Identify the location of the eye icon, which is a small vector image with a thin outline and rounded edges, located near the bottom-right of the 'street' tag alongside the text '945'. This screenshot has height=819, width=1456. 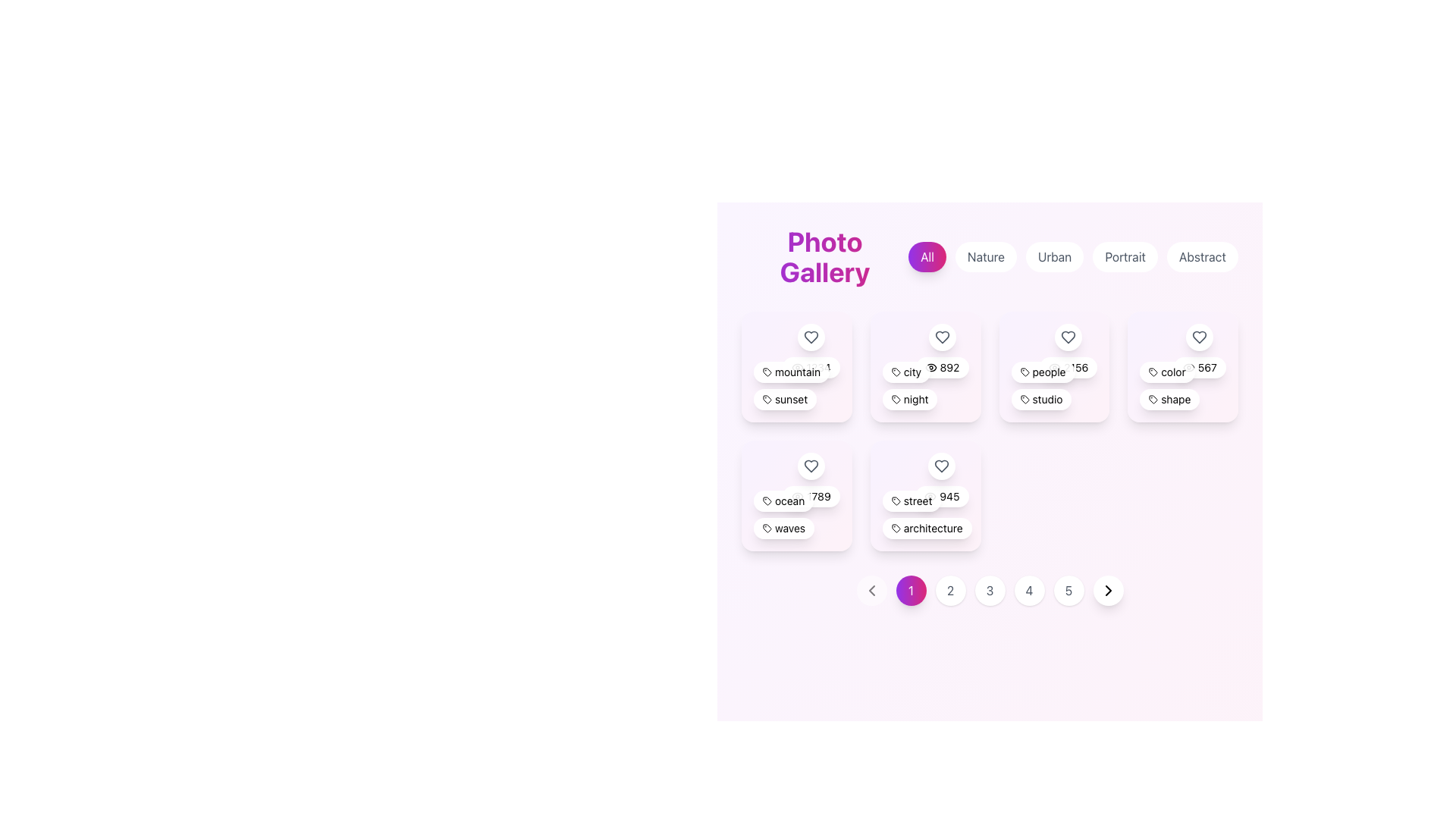
(930, 496).